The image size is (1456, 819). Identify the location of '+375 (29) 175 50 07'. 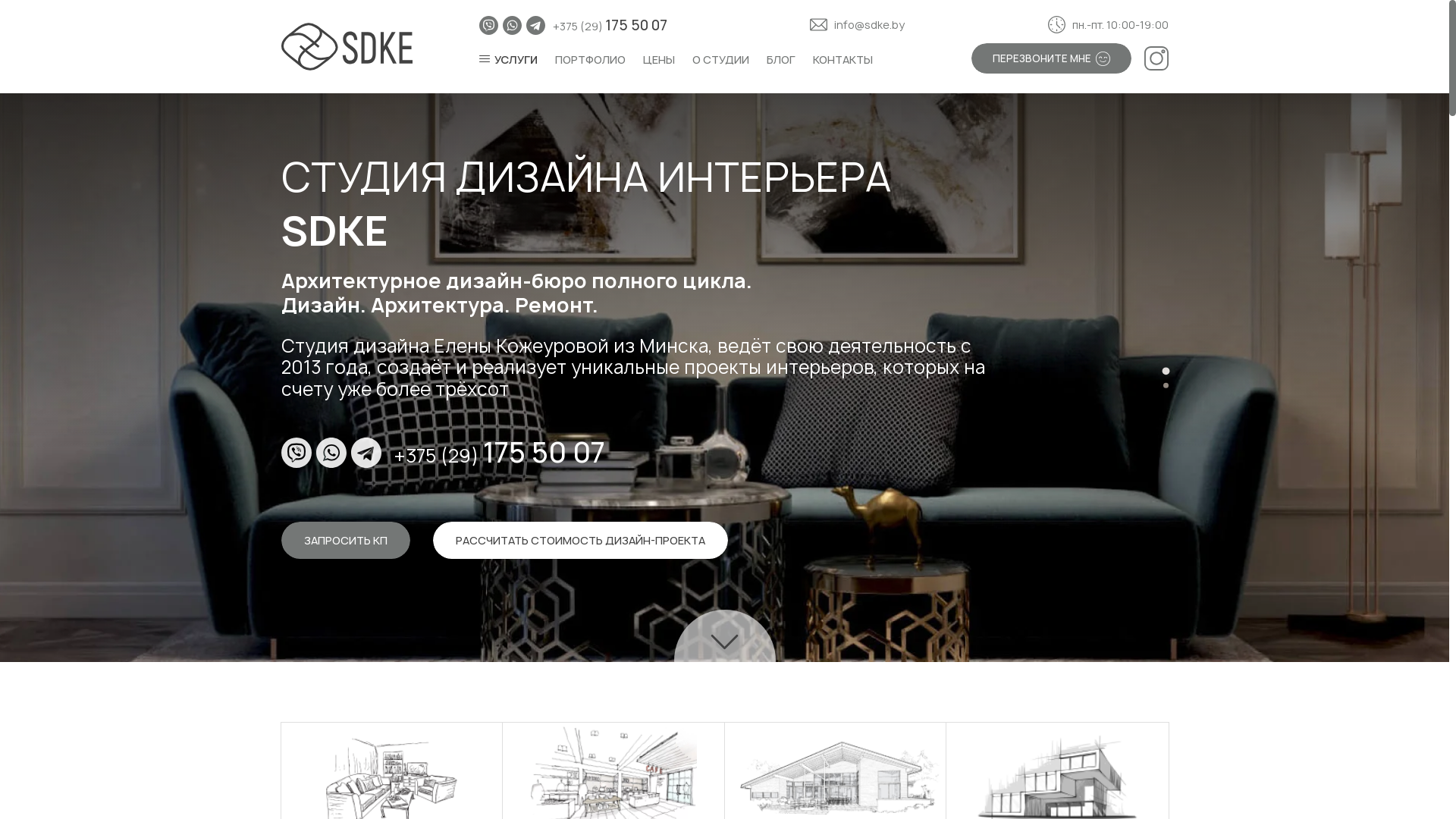
(499, 452).